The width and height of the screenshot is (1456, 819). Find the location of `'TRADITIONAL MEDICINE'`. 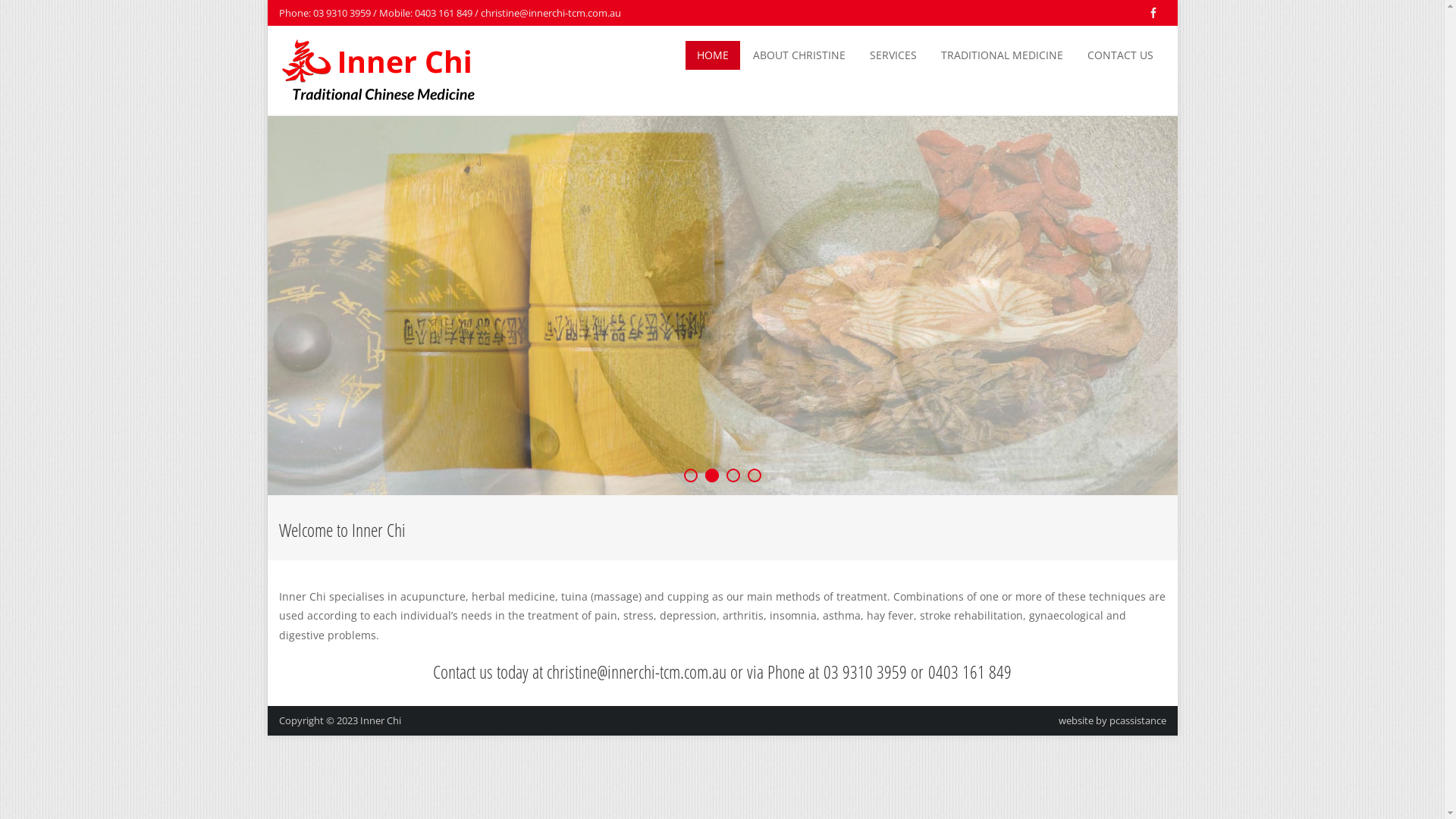

'TRADITIONAL MEDICINE' is located at coordinates (1002, 55).